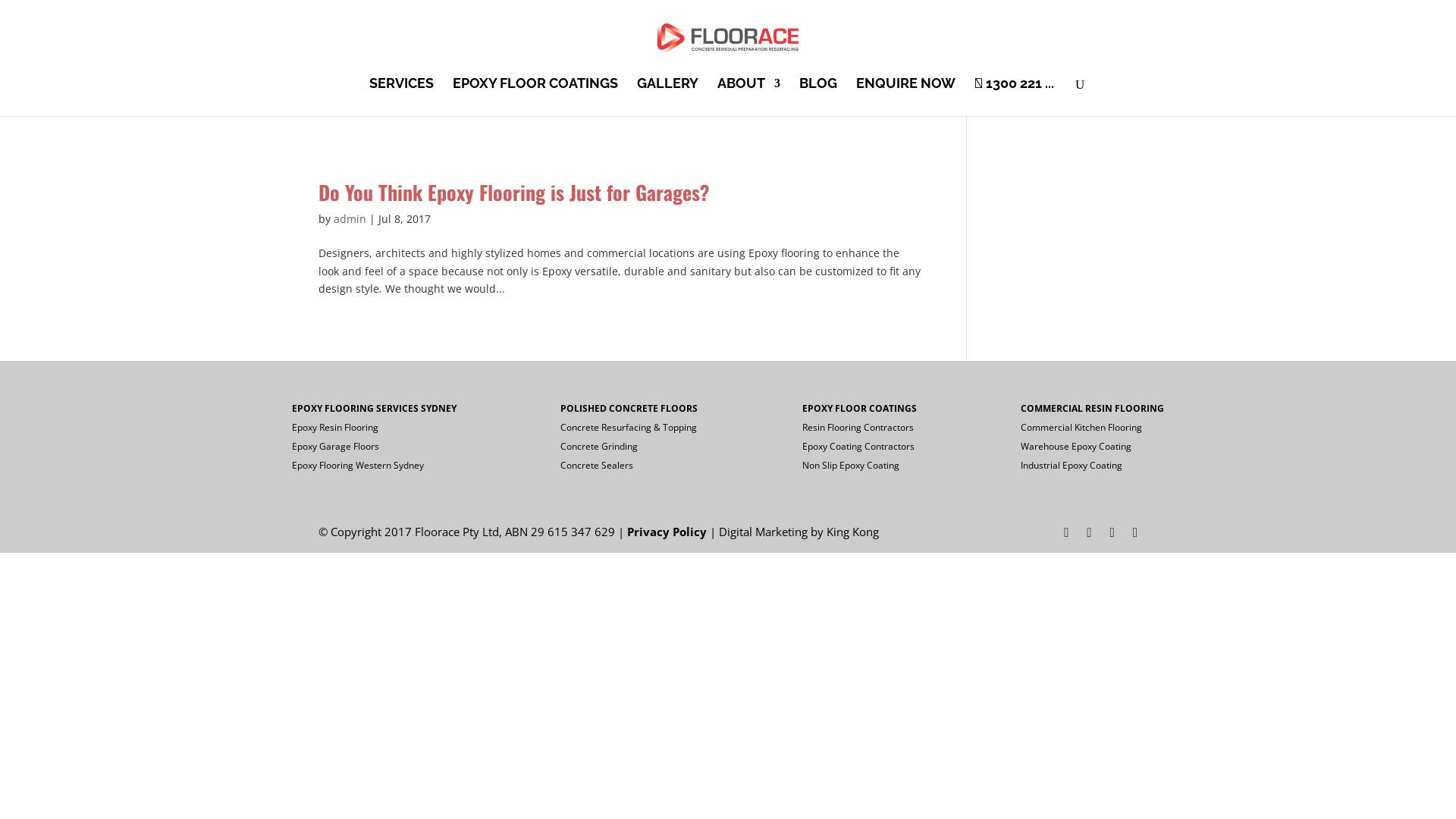  What do you see at coordinates (801, 464) in the screenshot?
I see `'Non Slip Epoxy Coating'` at bounding box center [801, 464].